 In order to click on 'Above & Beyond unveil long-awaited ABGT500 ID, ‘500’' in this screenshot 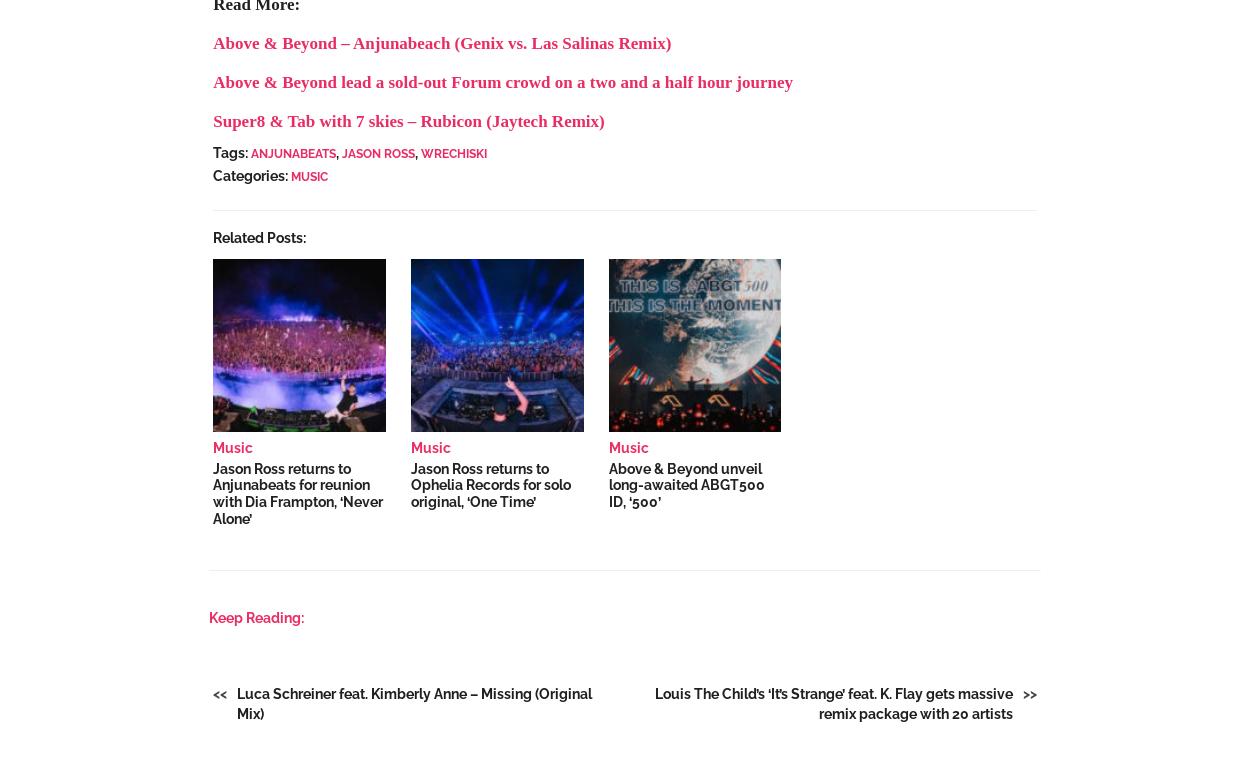, I will do `click(686, 484)`.